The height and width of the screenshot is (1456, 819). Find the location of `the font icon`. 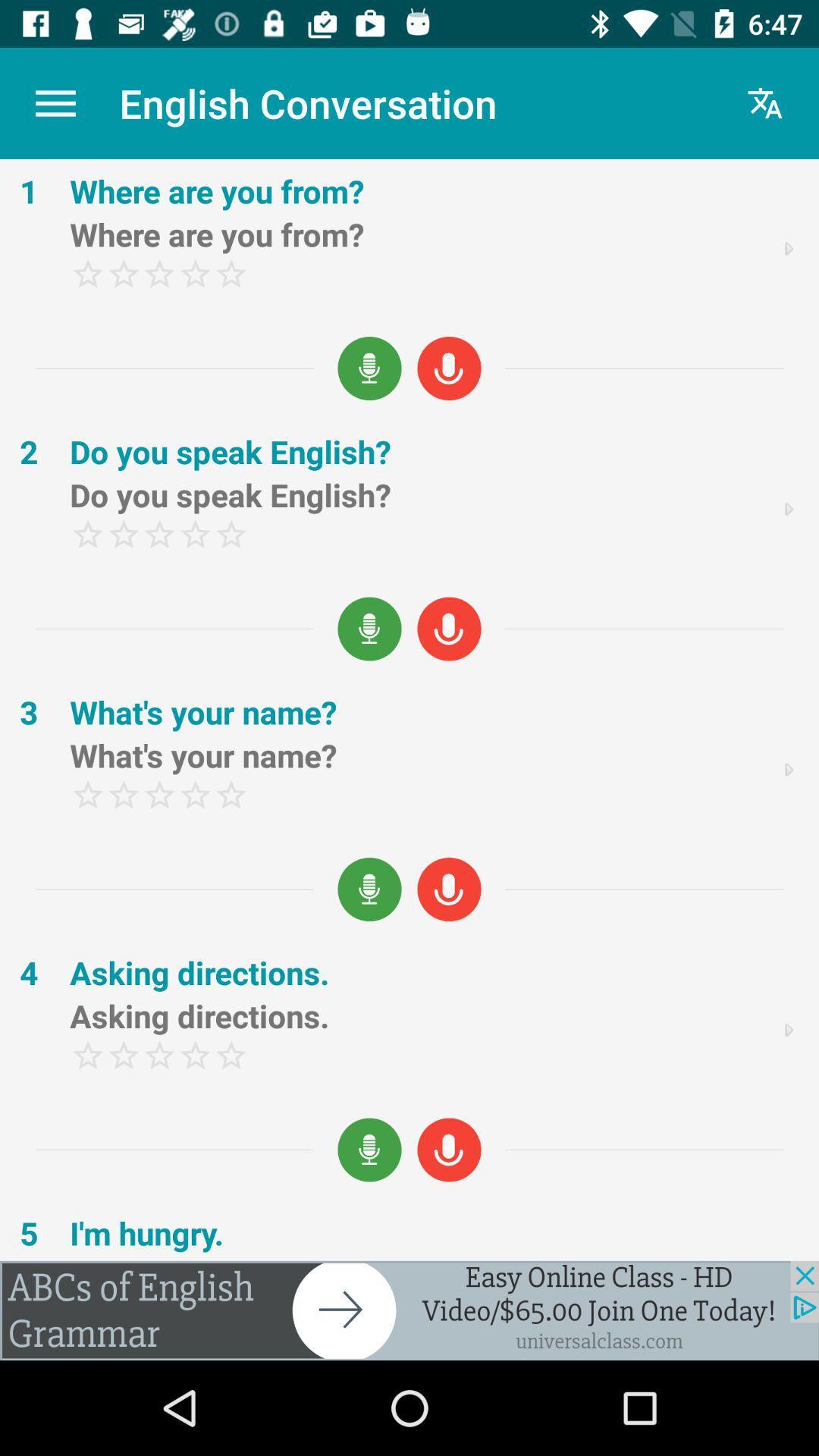

the font icon is located at coordinates (765, 102).